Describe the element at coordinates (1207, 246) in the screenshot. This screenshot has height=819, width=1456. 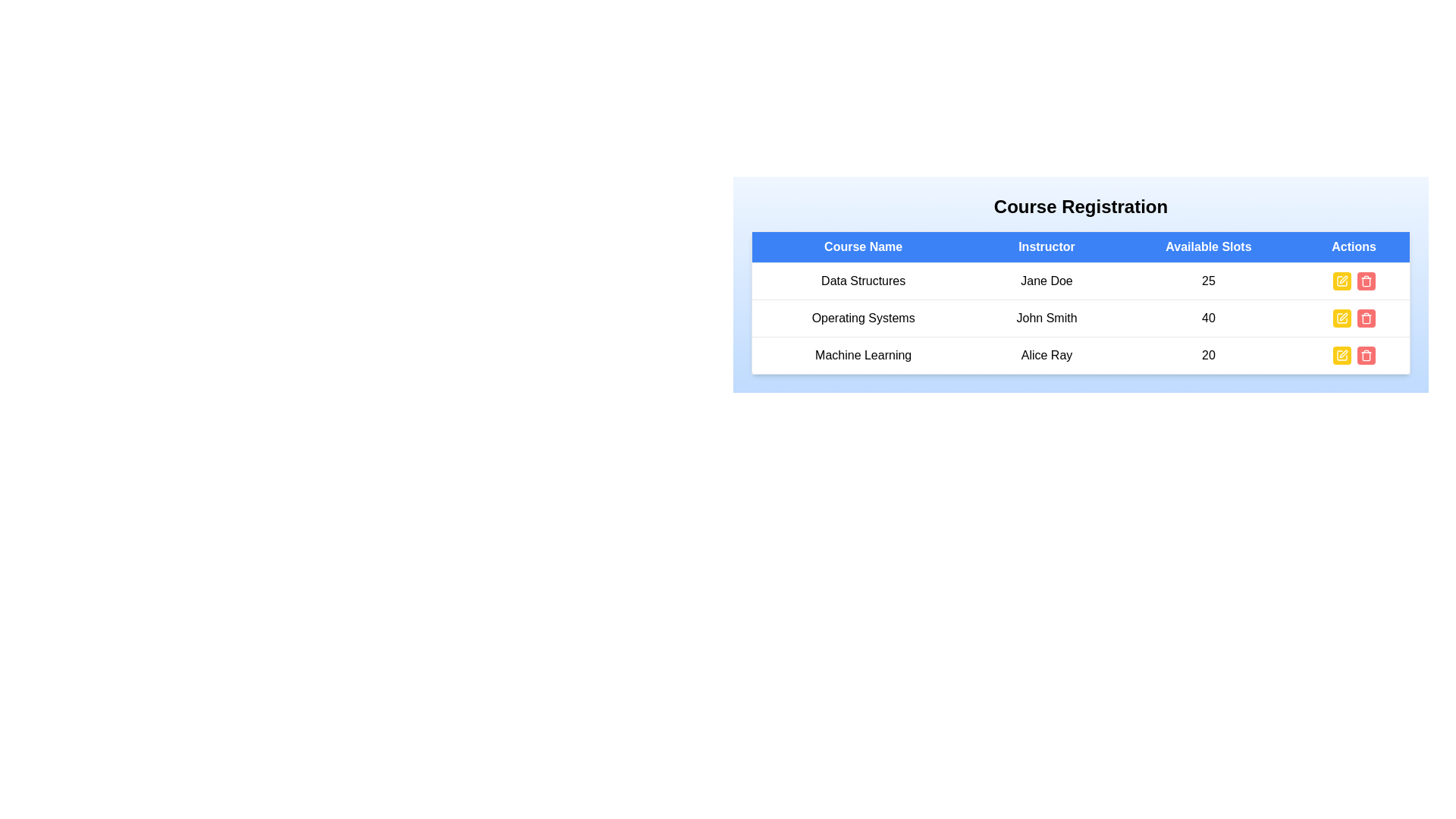
I see `the header column 'Available Slots' to sort the table by that column` at that location.